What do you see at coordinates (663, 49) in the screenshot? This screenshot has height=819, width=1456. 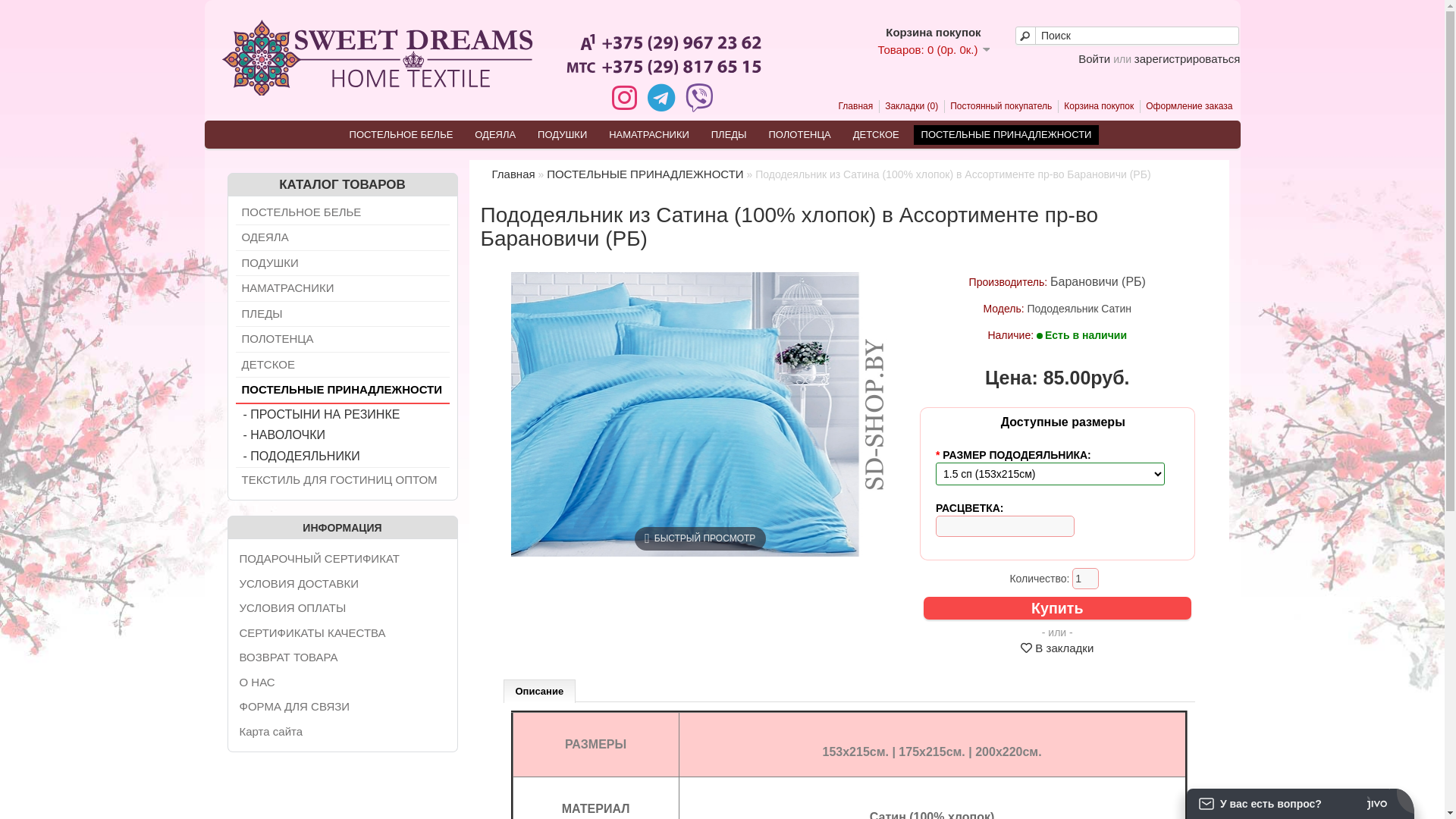 I see `'+37529 967 23 62'` at bounding box center [663, 49].